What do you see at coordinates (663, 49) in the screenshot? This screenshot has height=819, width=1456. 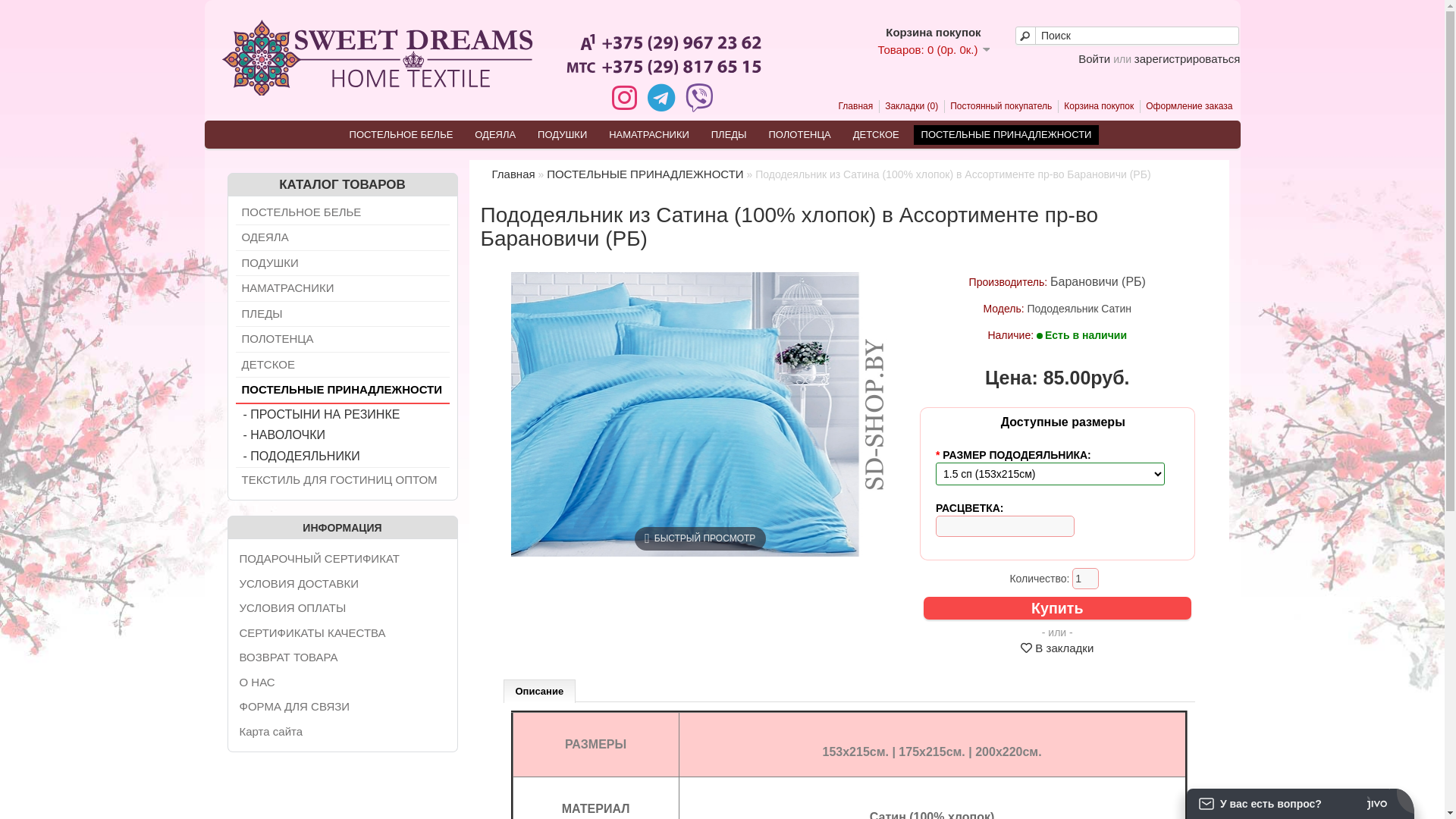 I see `'+37529 967 23 62'` at bounding box center [663, 49].